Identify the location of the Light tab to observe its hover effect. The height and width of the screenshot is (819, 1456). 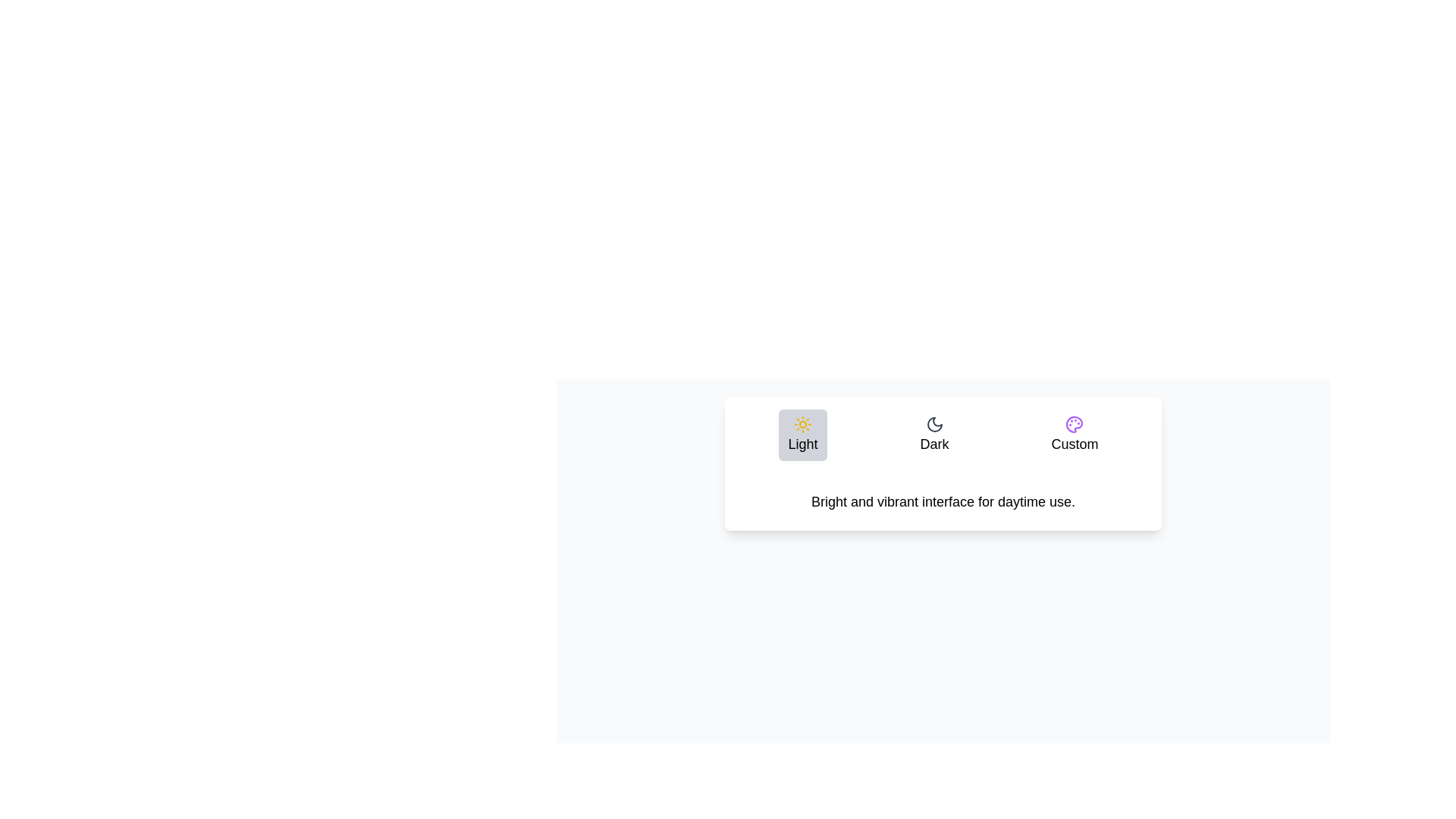
(802, 435).